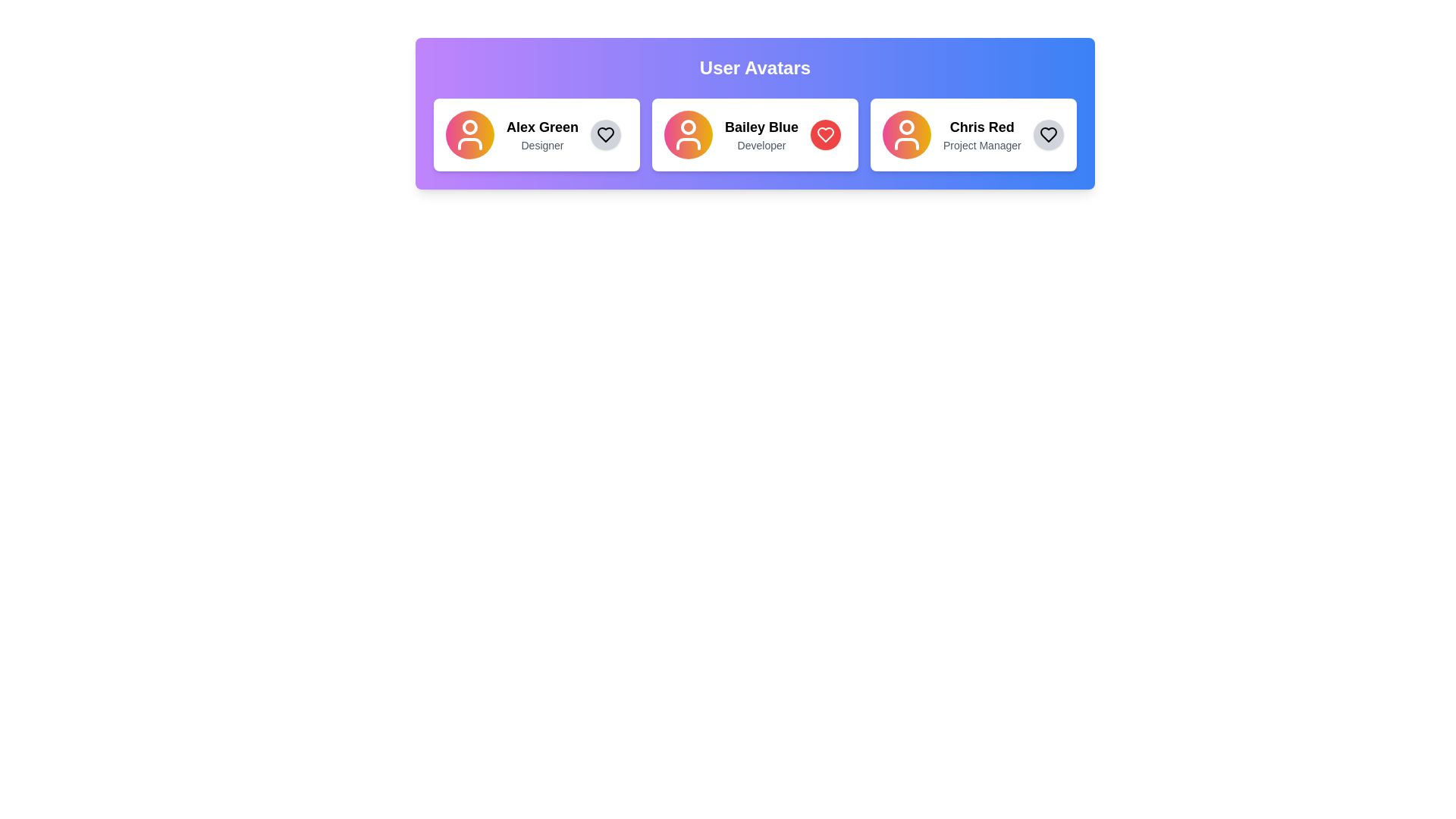  Describe the element at coordinates (469, 127) in the screenshot. I see `the decorative graphical element resembling the head in the user icon for 'Alex Green', positioned at the upper part of the leftmost user avatar` at that location.